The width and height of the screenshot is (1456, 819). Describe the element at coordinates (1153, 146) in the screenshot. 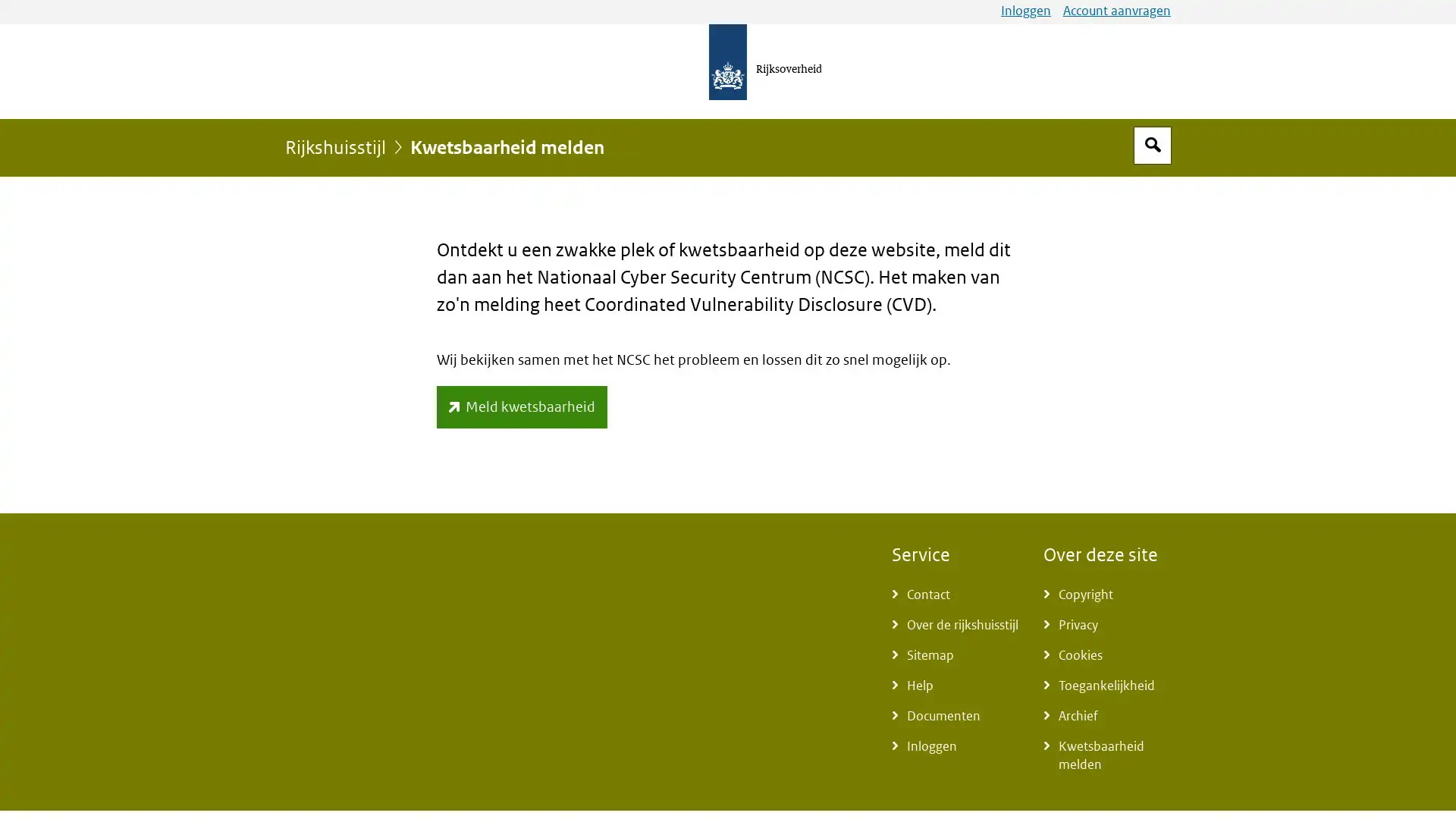

I see `Open zoekveld` at that location.